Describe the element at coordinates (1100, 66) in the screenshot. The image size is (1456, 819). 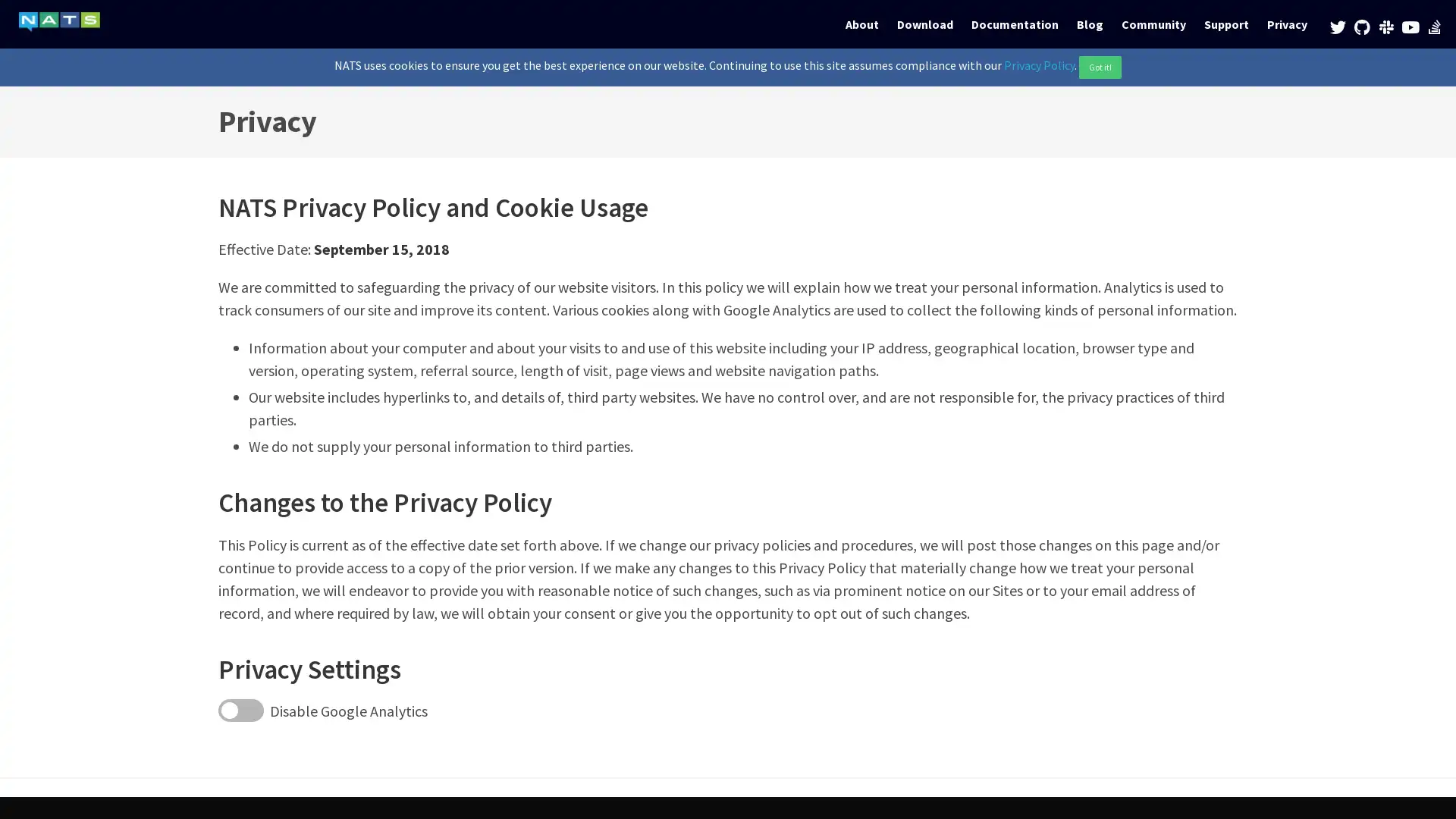
I see `Got it!` at that location.